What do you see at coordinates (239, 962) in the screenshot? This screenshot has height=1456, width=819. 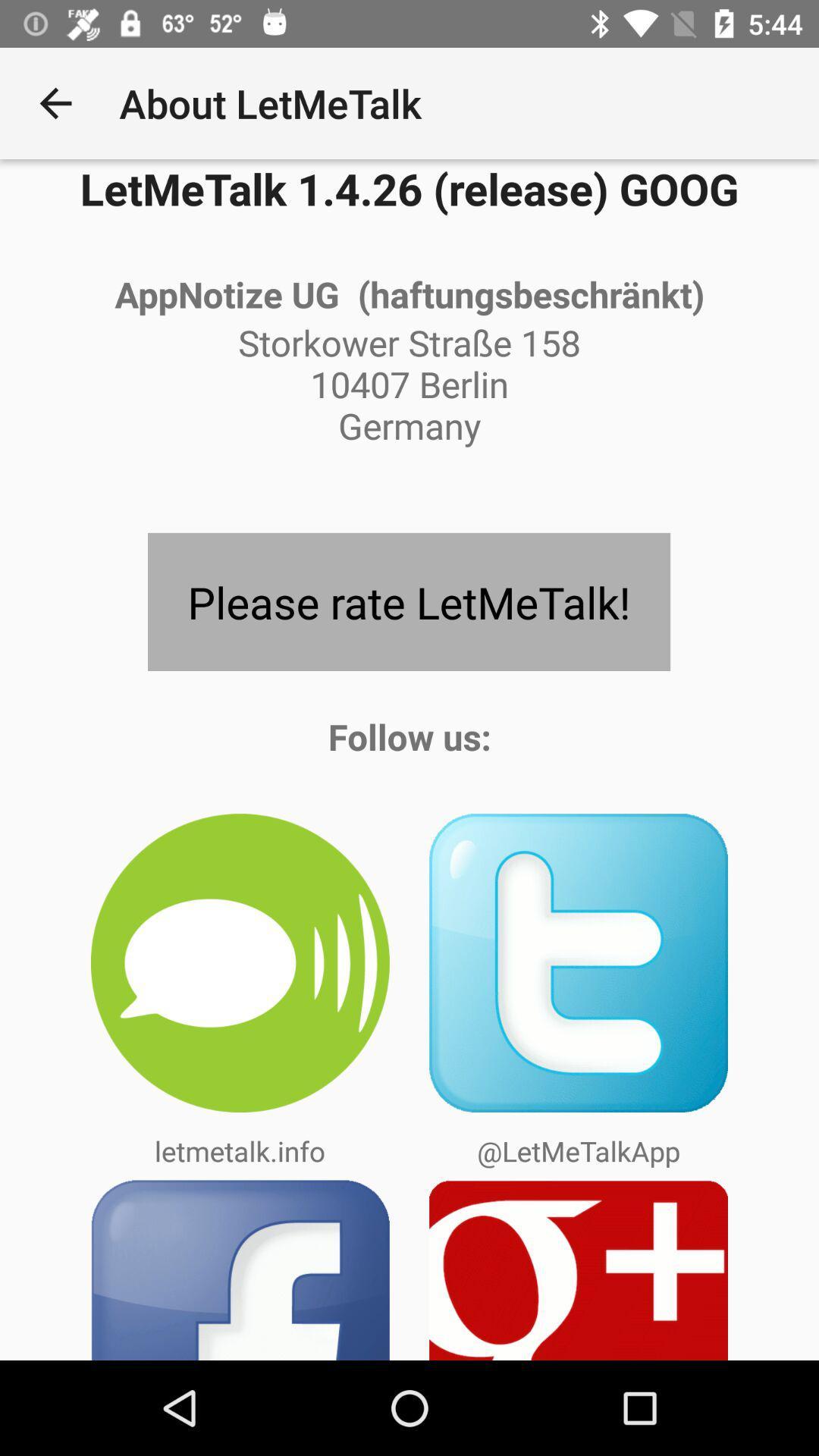 I see `follow on letmtalk.info` at bounding box center [239, 962].